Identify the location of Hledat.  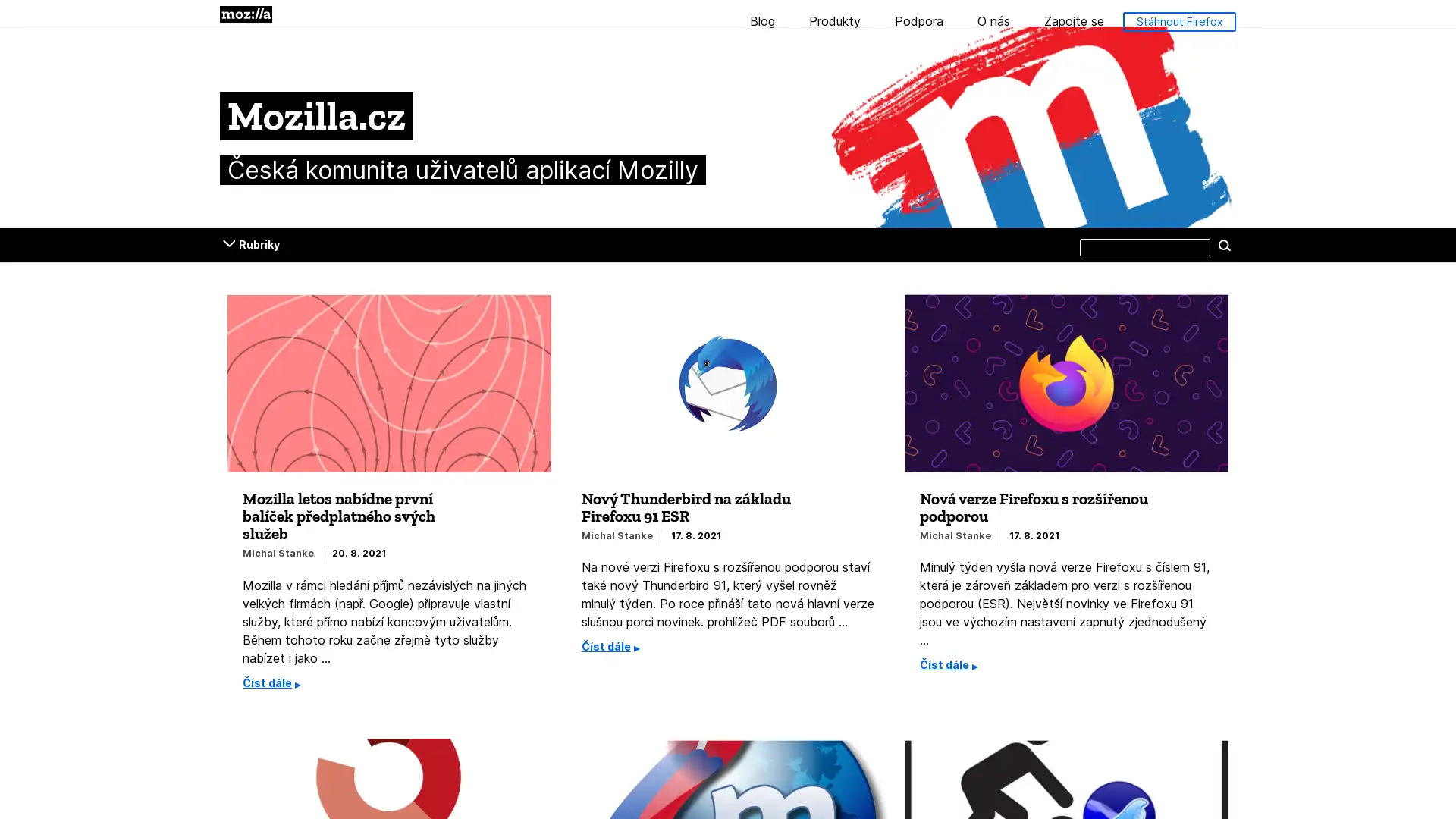
(1224, 244).